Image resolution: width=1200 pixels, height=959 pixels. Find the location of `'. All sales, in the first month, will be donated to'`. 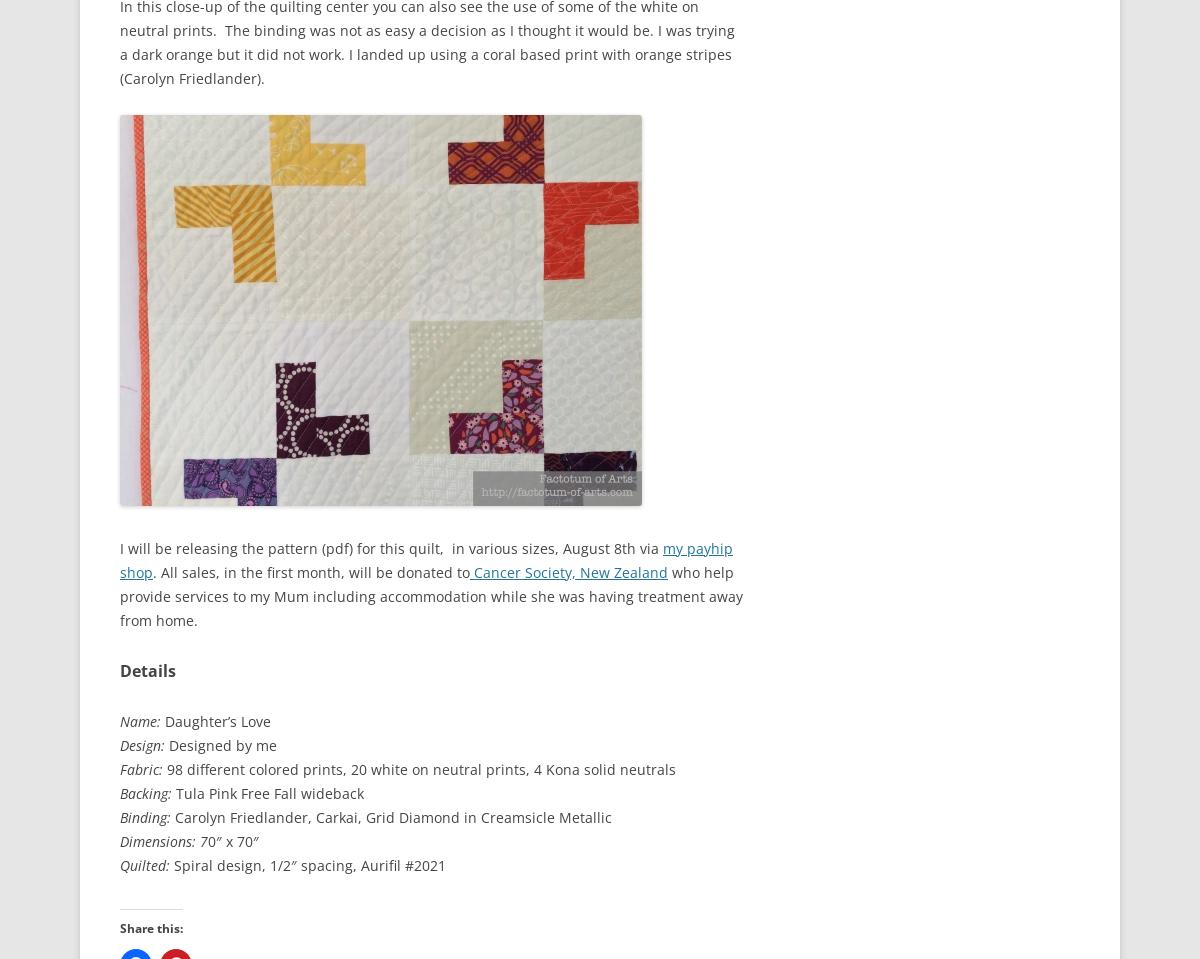

'. All sales, in the first month, will be donated to' is located at coordinates (152, 570).